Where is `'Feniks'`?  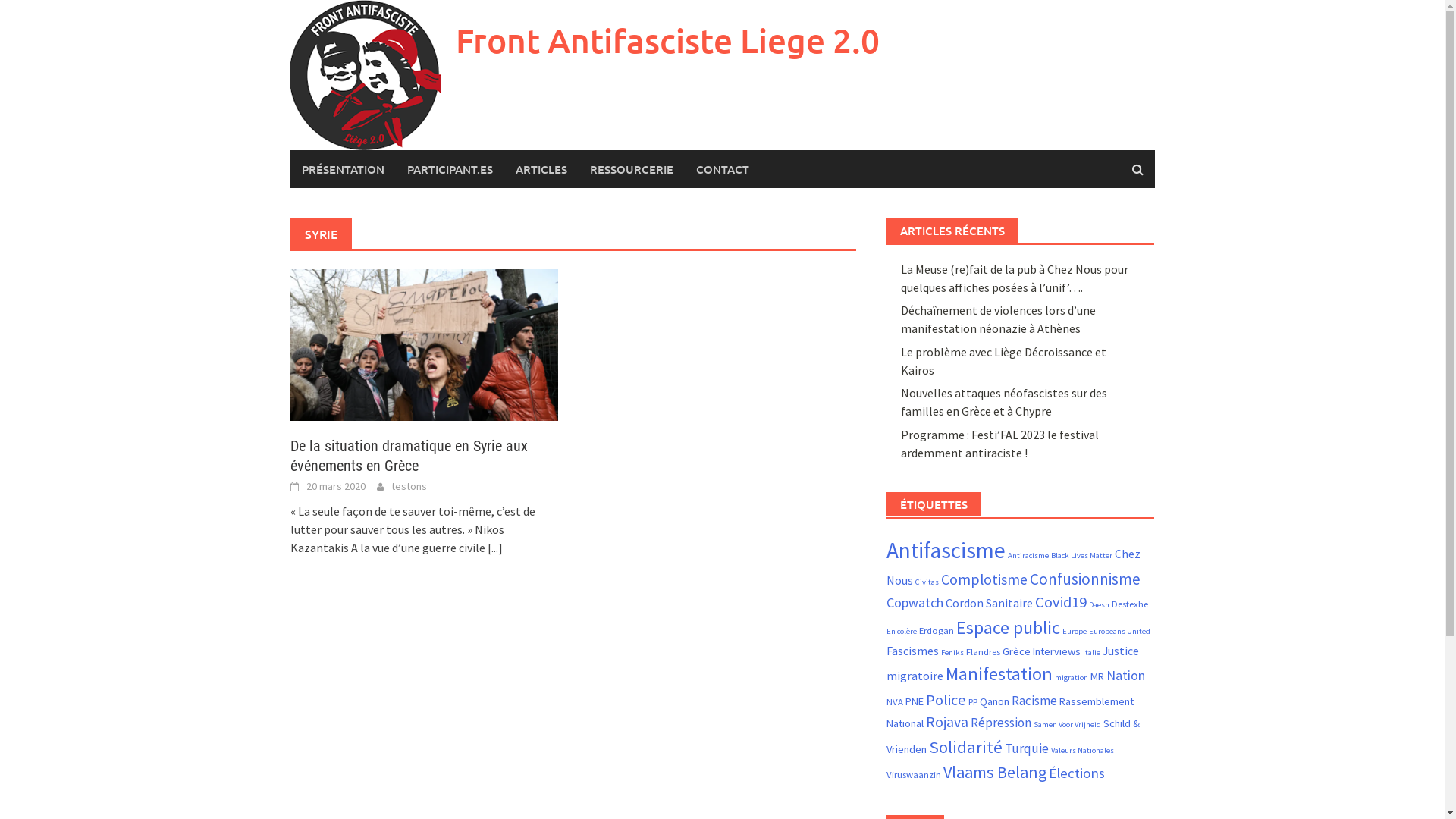
'Feniks' is located at coordinates (952, 651).